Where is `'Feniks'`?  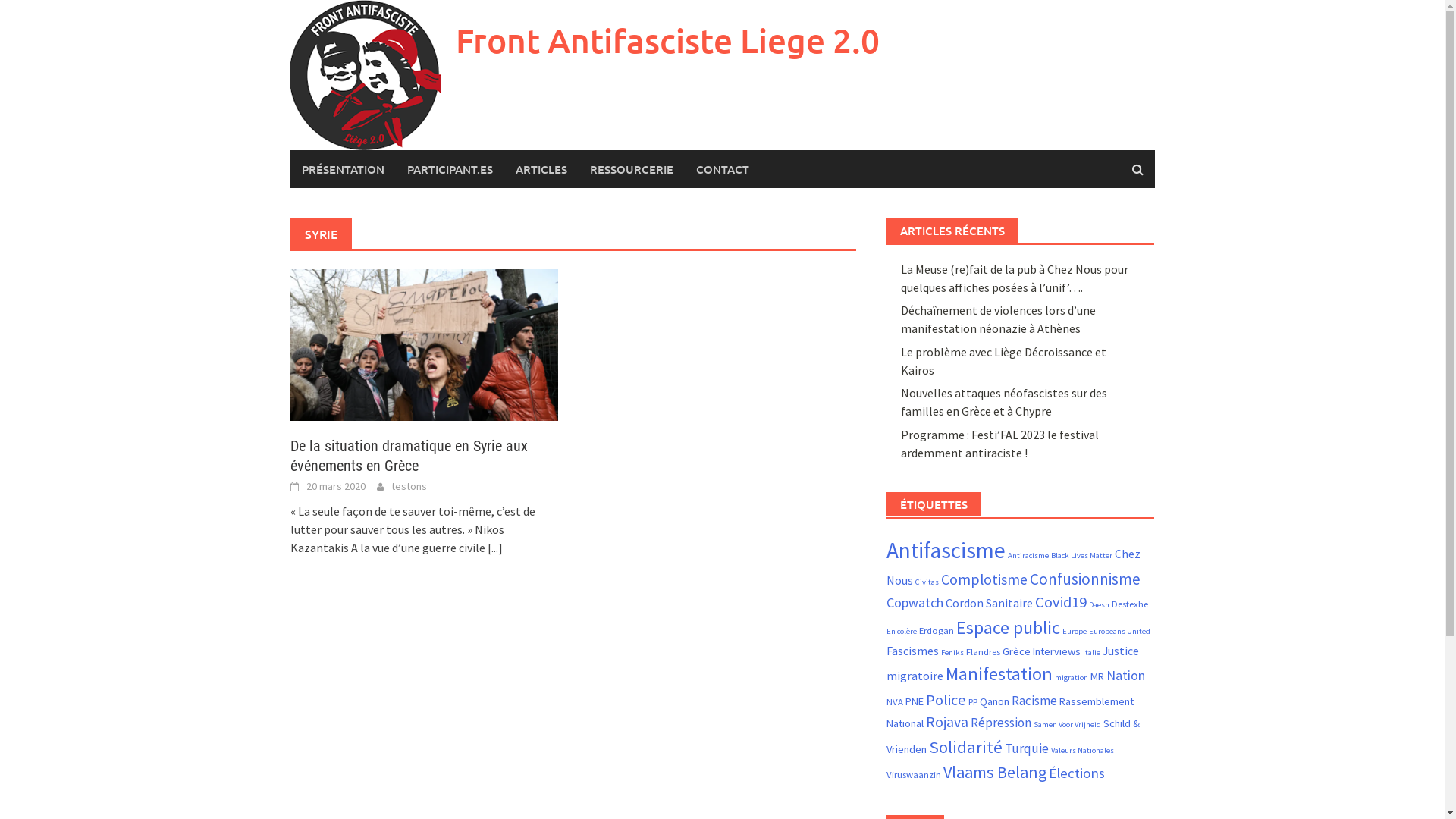
'Feniks' is located at coordinates (952, 651).